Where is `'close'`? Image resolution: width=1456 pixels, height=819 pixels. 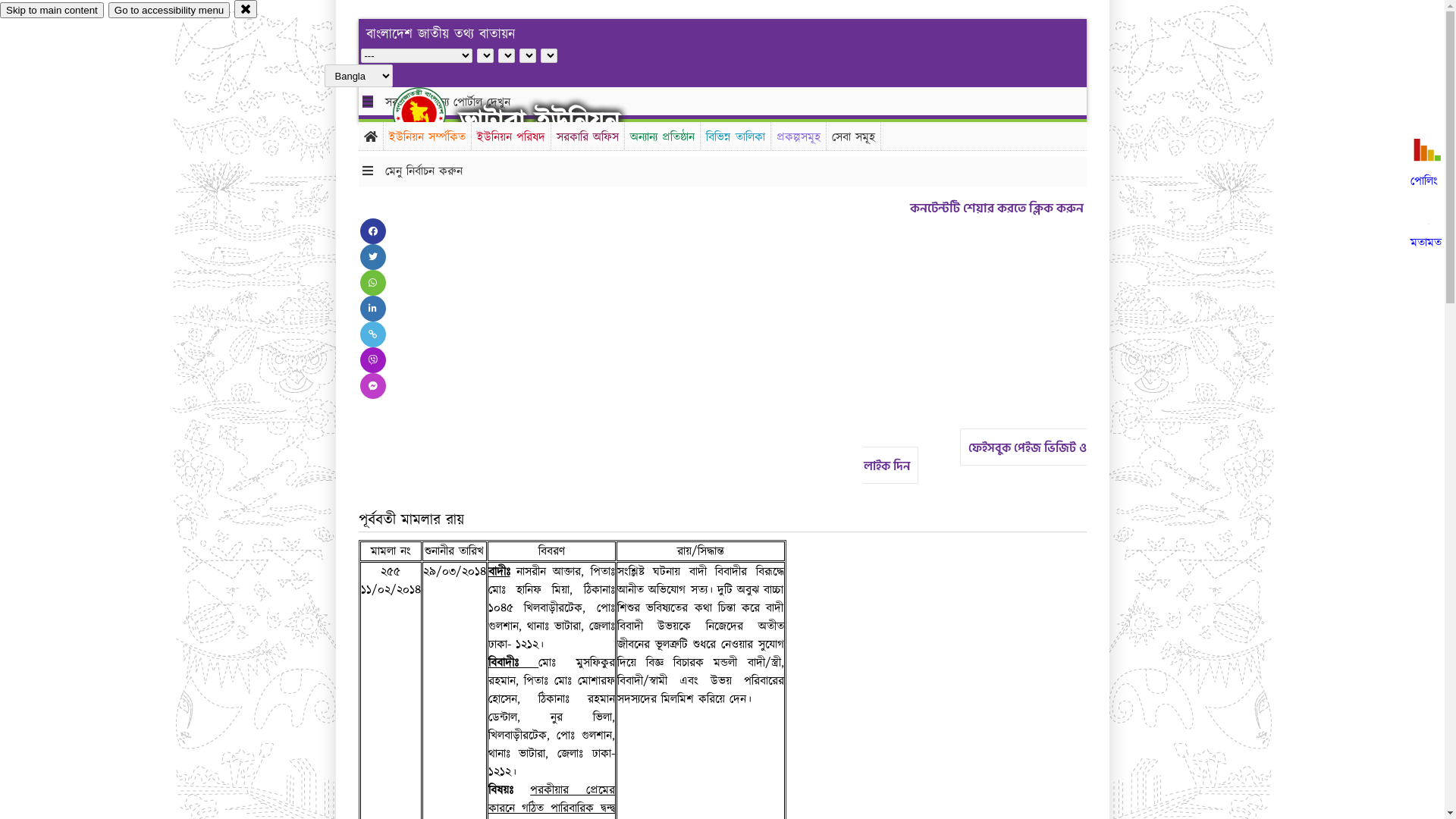
'close' is located at coordinates (246, 8).